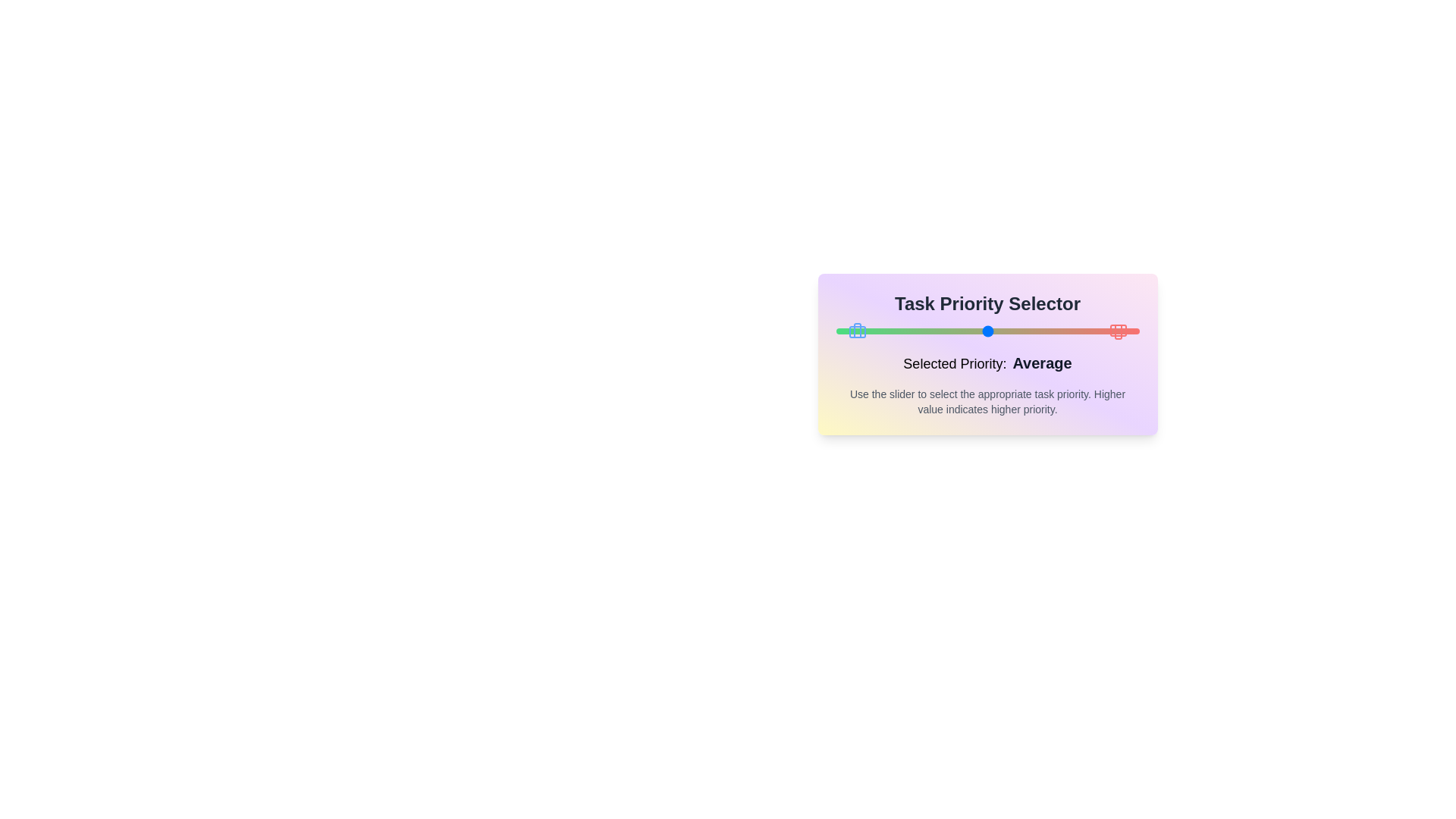  Describe the element at coordinates (1062, 330) in the screenshot. I see `the slider to set the priority to 4` at that location.